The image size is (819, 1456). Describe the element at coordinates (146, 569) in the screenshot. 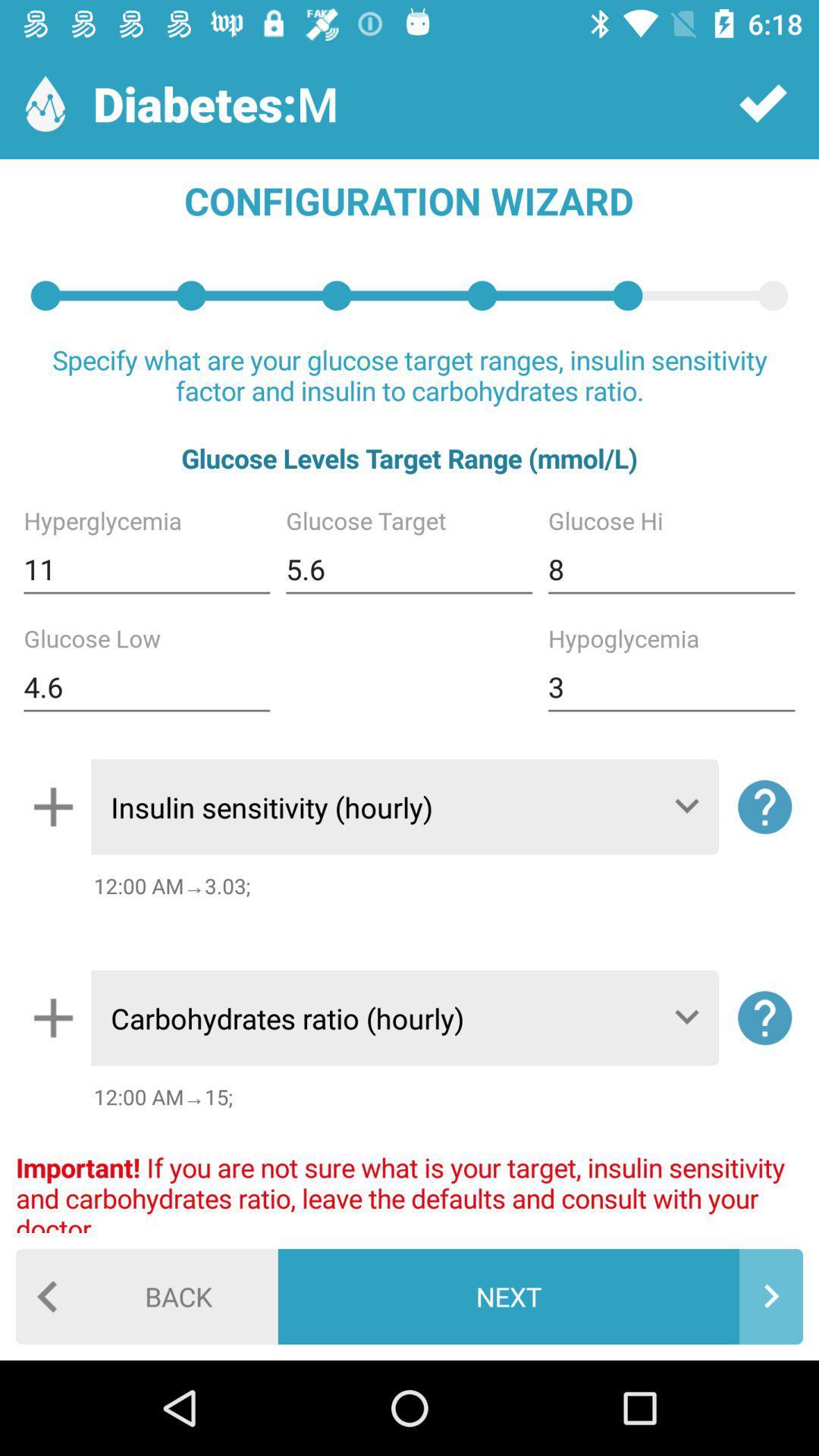

I see `the item below glucose levels target` at that location.